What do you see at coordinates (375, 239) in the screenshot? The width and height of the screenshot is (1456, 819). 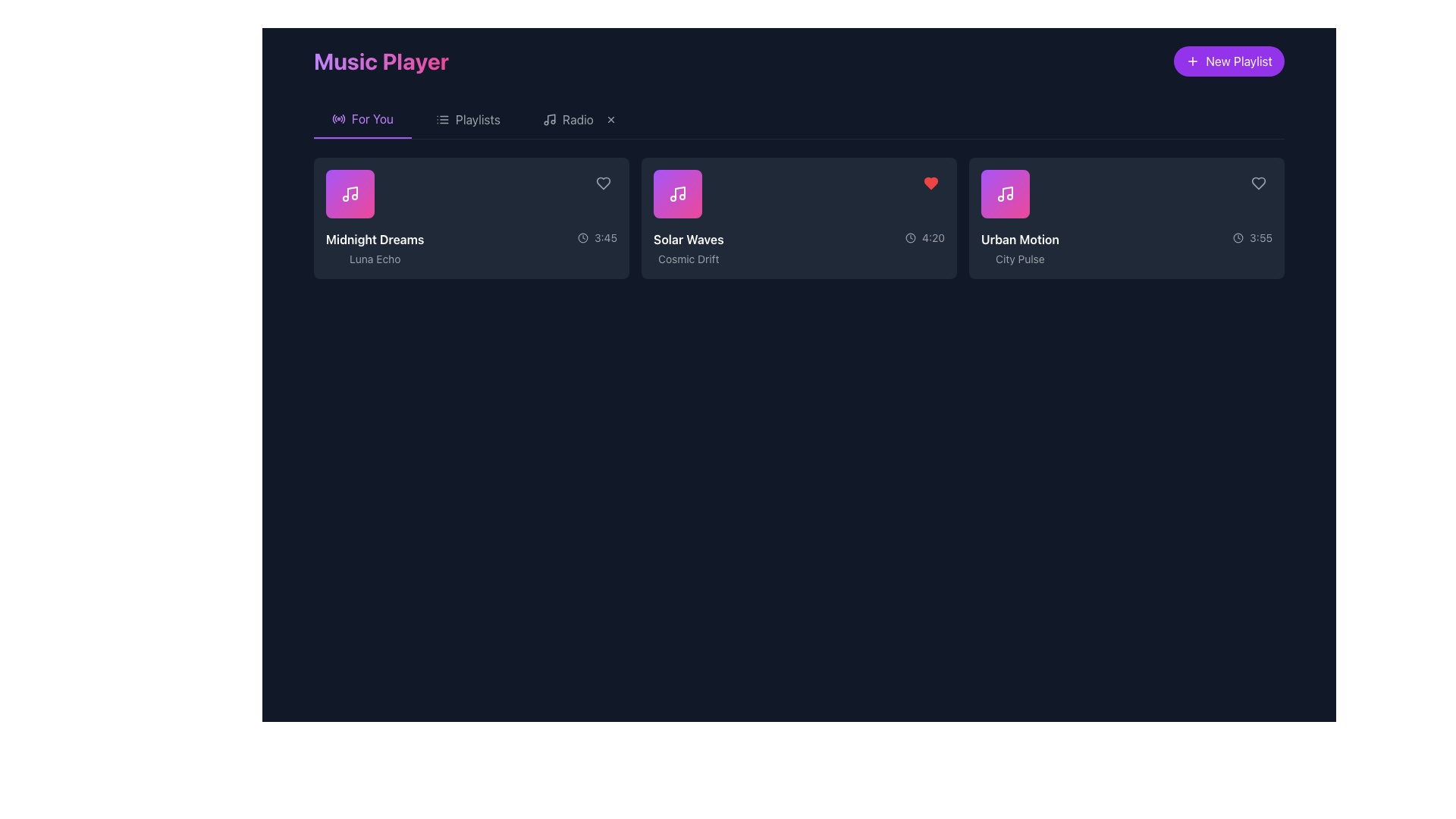 I see `the static text label displaying 'Midnight Dreams', which is prominently styled in bold and located in the top-left corner of the music player interface` at bounding box center [375, 239].